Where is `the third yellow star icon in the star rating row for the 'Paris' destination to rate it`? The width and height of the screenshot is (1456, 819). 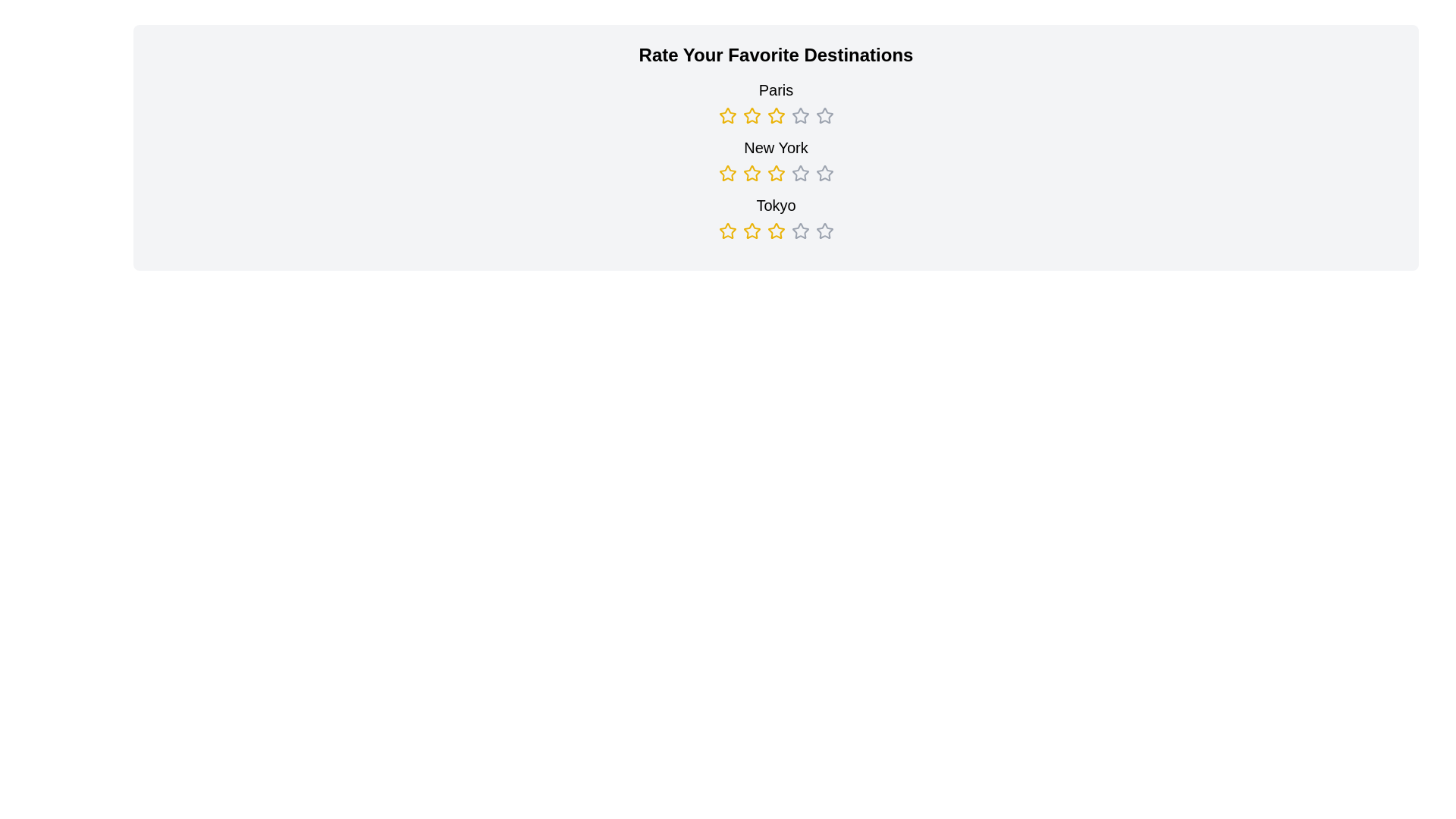
the third yellow star icon in the star rating row for the 'Paris' destination to rate it is located at coordinates (776, 115).